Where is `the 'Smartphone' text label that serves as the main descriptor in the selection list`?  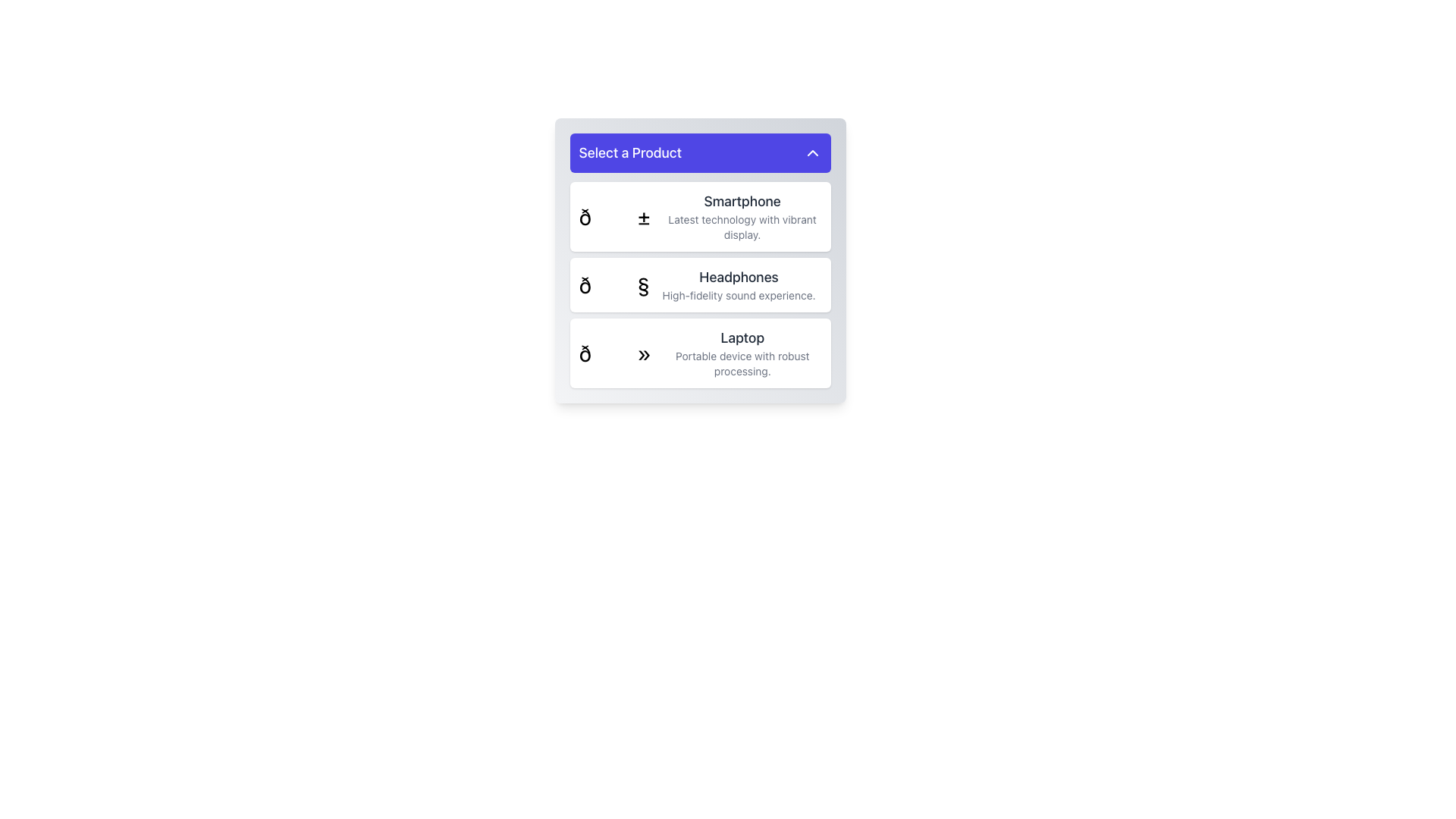
the 'Smartphone' text label that serves as the main descriptor in the selection list is located at coordinates (742, 201).